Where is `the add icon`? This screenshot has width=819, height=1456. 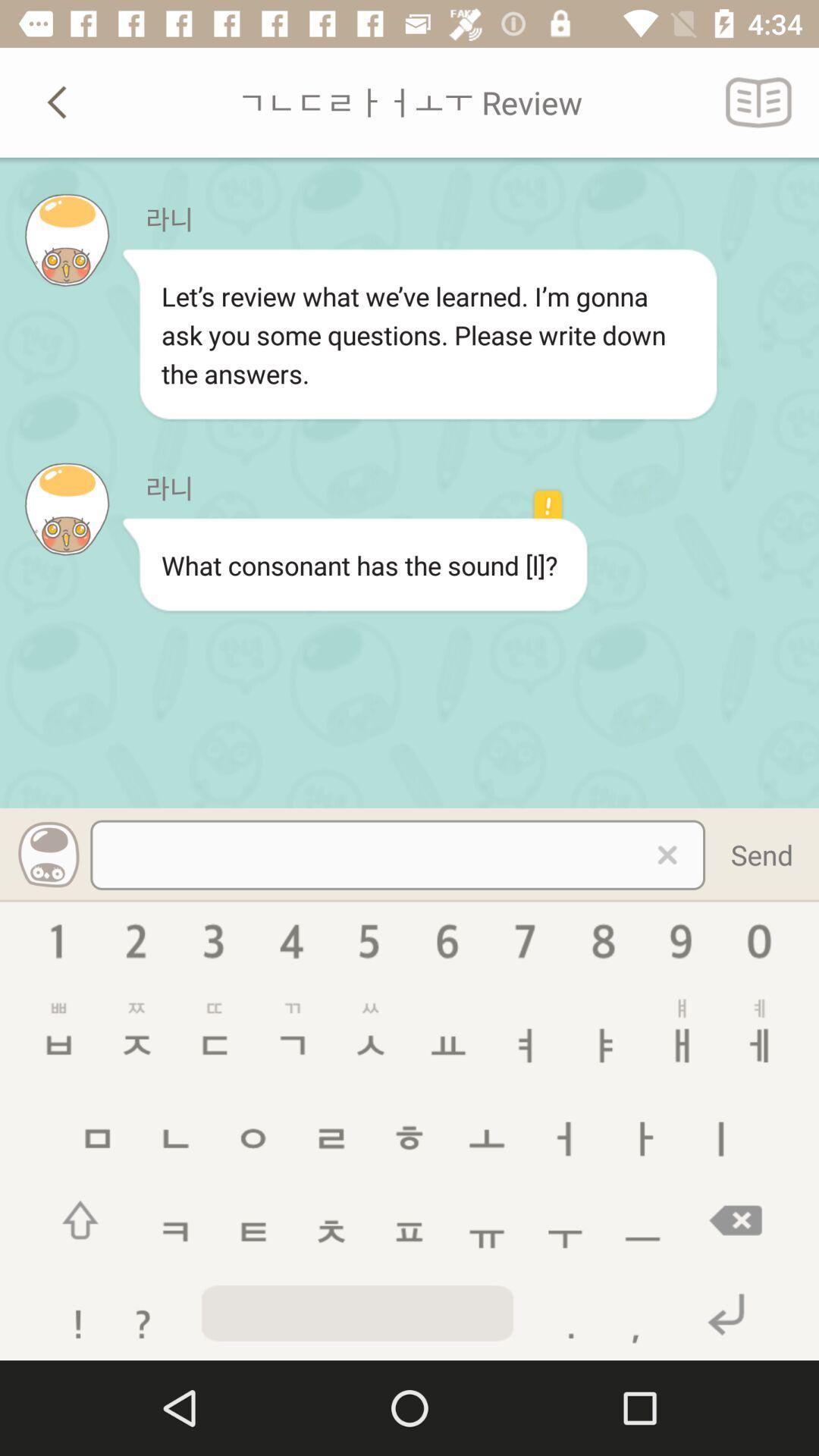 the add icon is located at coordinates (565, 1220).